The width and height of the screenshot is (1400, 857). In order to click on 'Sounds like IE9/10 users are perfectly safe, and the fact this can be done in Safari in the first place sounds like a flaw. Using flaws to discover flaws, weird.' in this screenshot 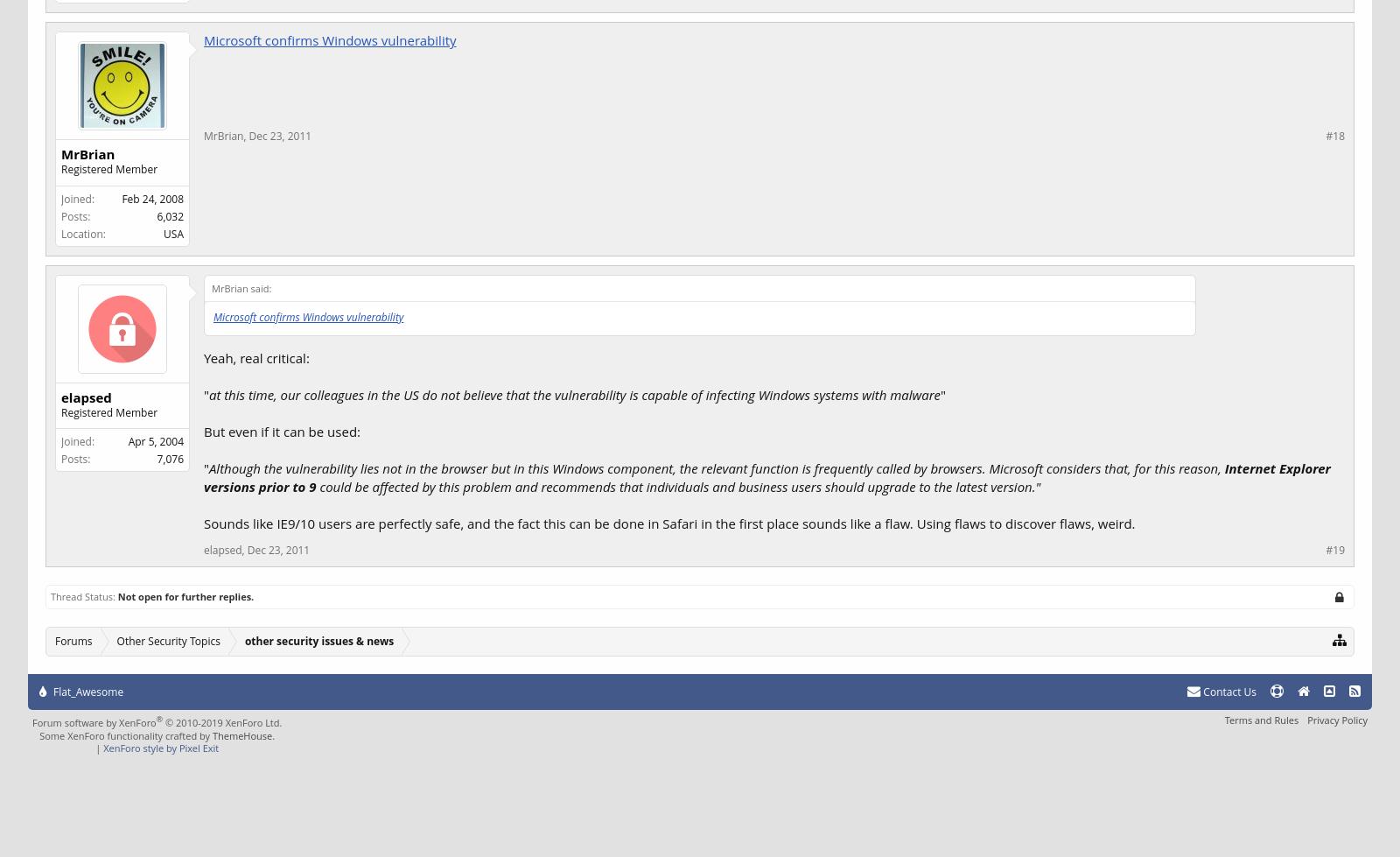, I will do `click(668, 521)`.